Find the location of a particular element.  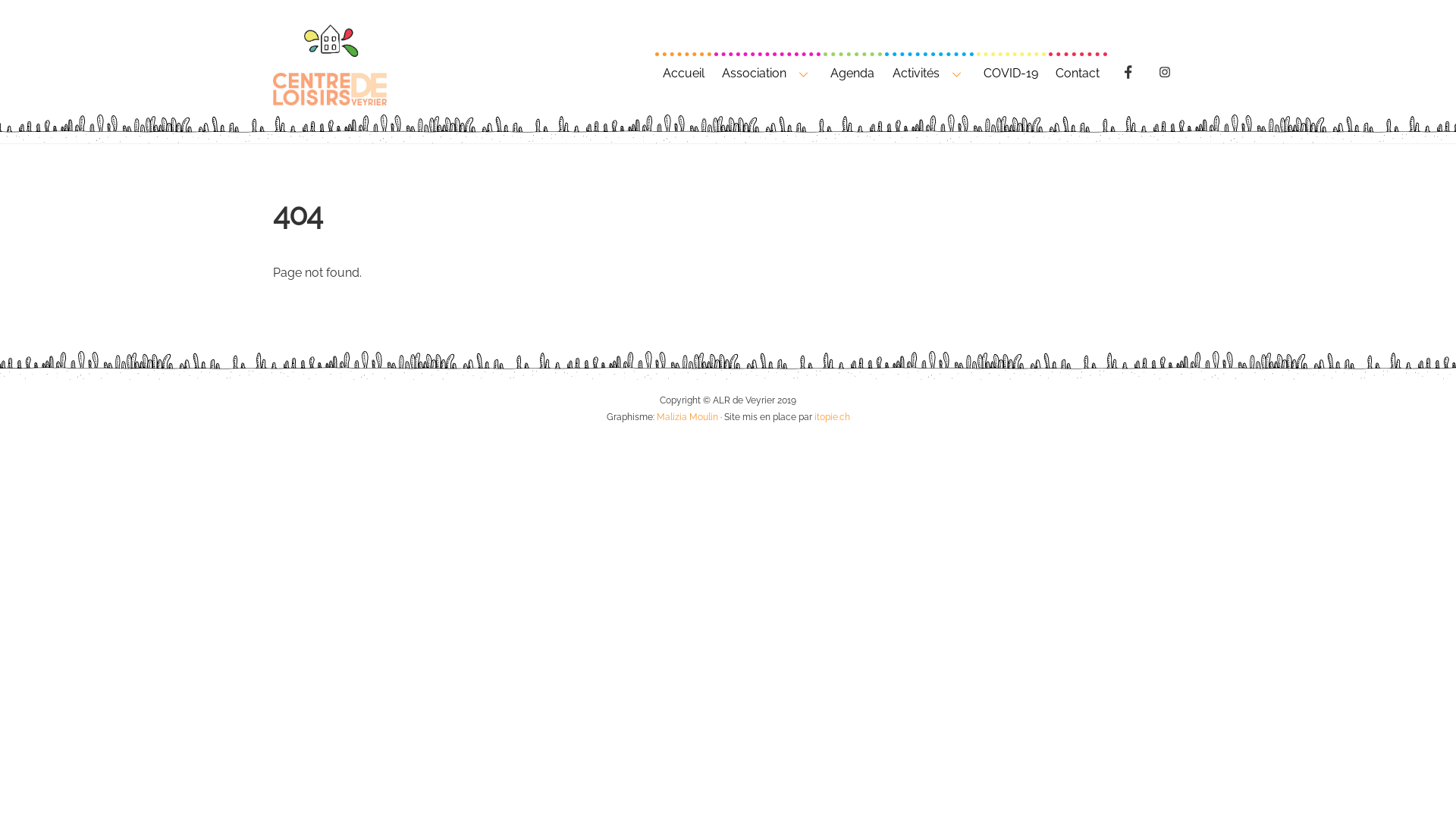

'Malizia Moulin' is located at coordinates (686, 416).